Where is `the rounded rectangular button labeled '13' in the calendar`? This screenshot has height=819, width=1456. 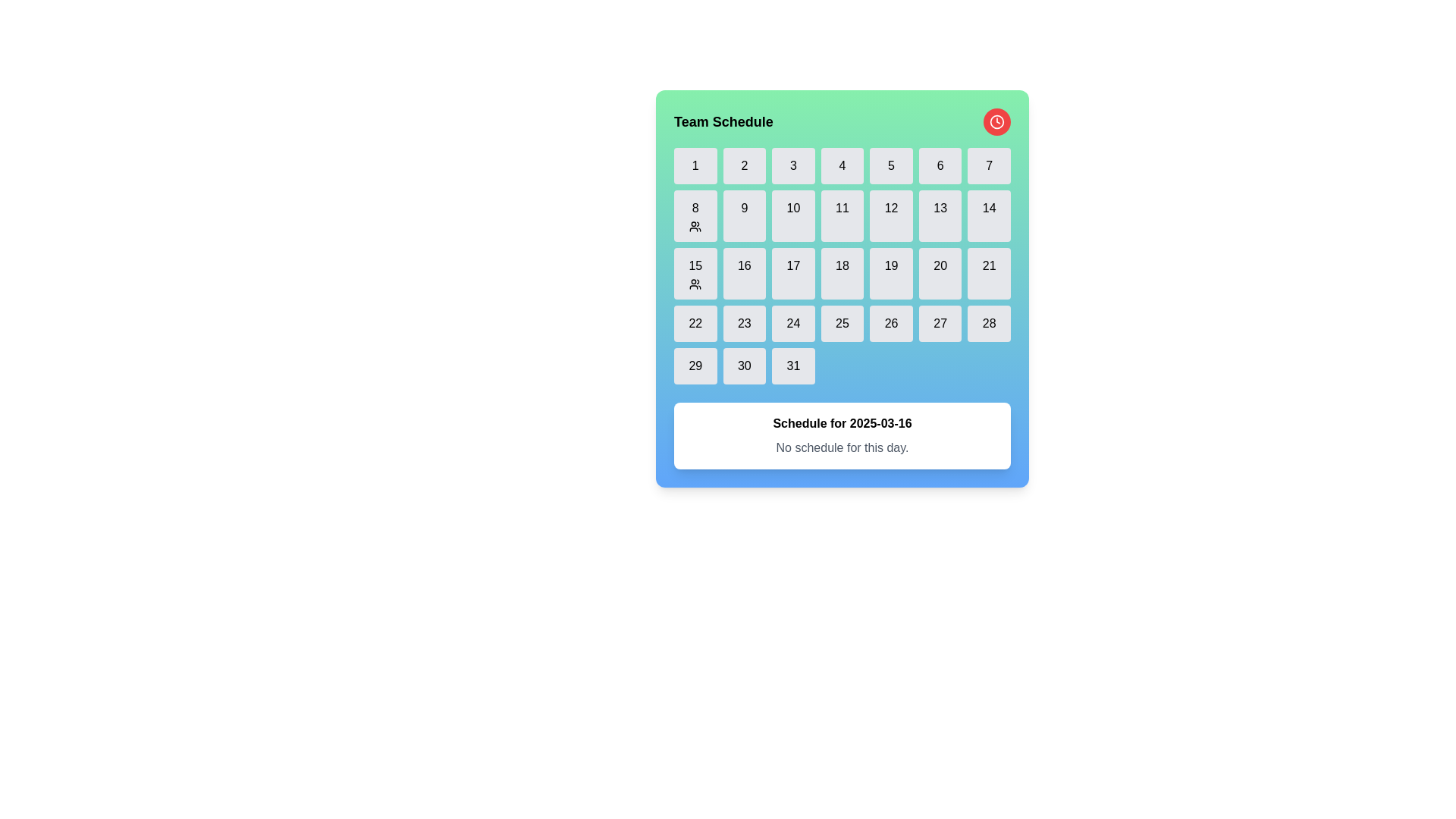 the rounded rectangular button labeled '13' in the calendar is located at coordinates (939, 216).